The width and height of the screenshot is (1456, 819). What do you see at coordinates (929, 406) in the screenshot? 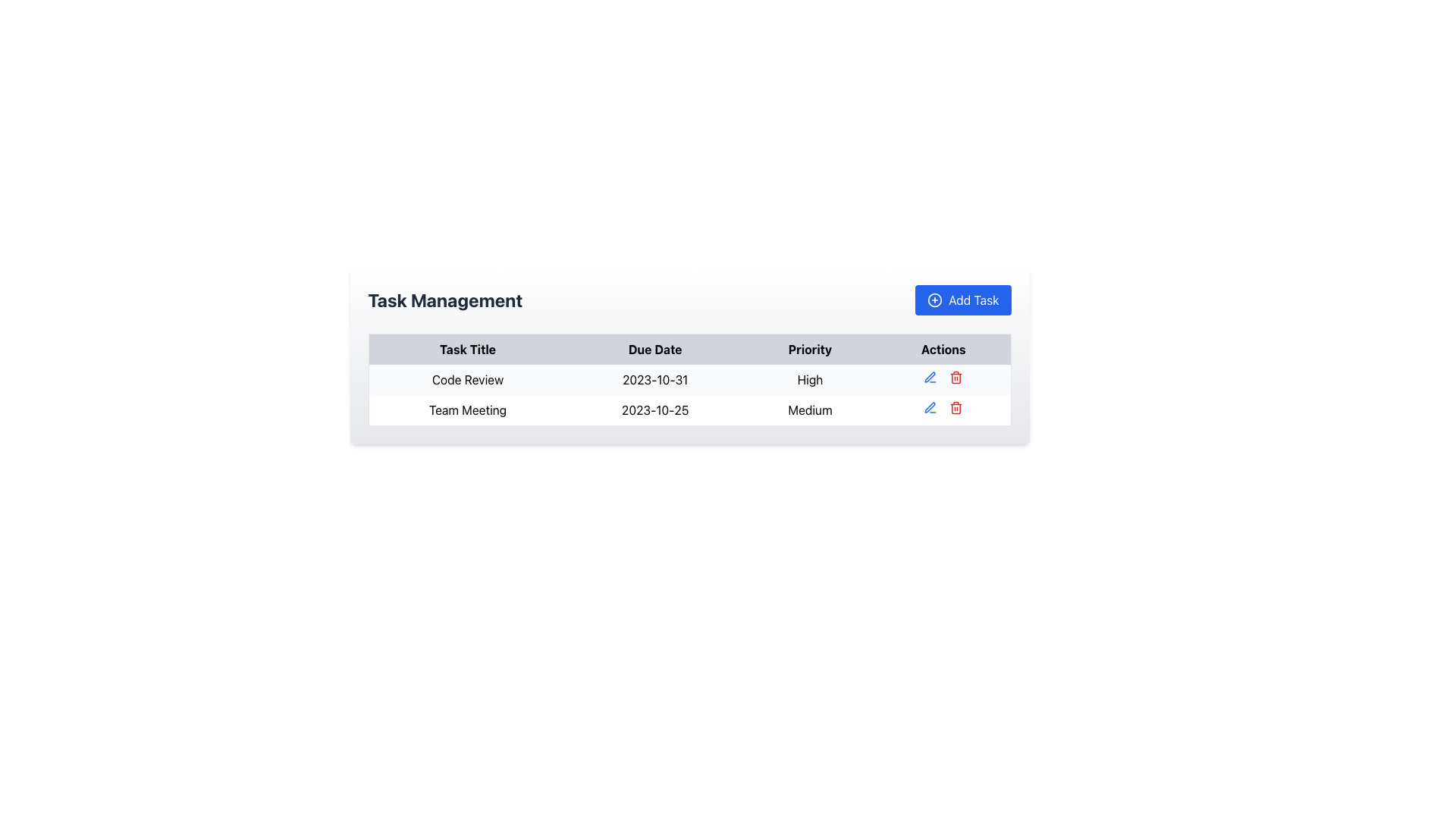
I see `the edit pen icon in the 'Actions' column for the 'Code Review' task` at bounding box center [929, 406].